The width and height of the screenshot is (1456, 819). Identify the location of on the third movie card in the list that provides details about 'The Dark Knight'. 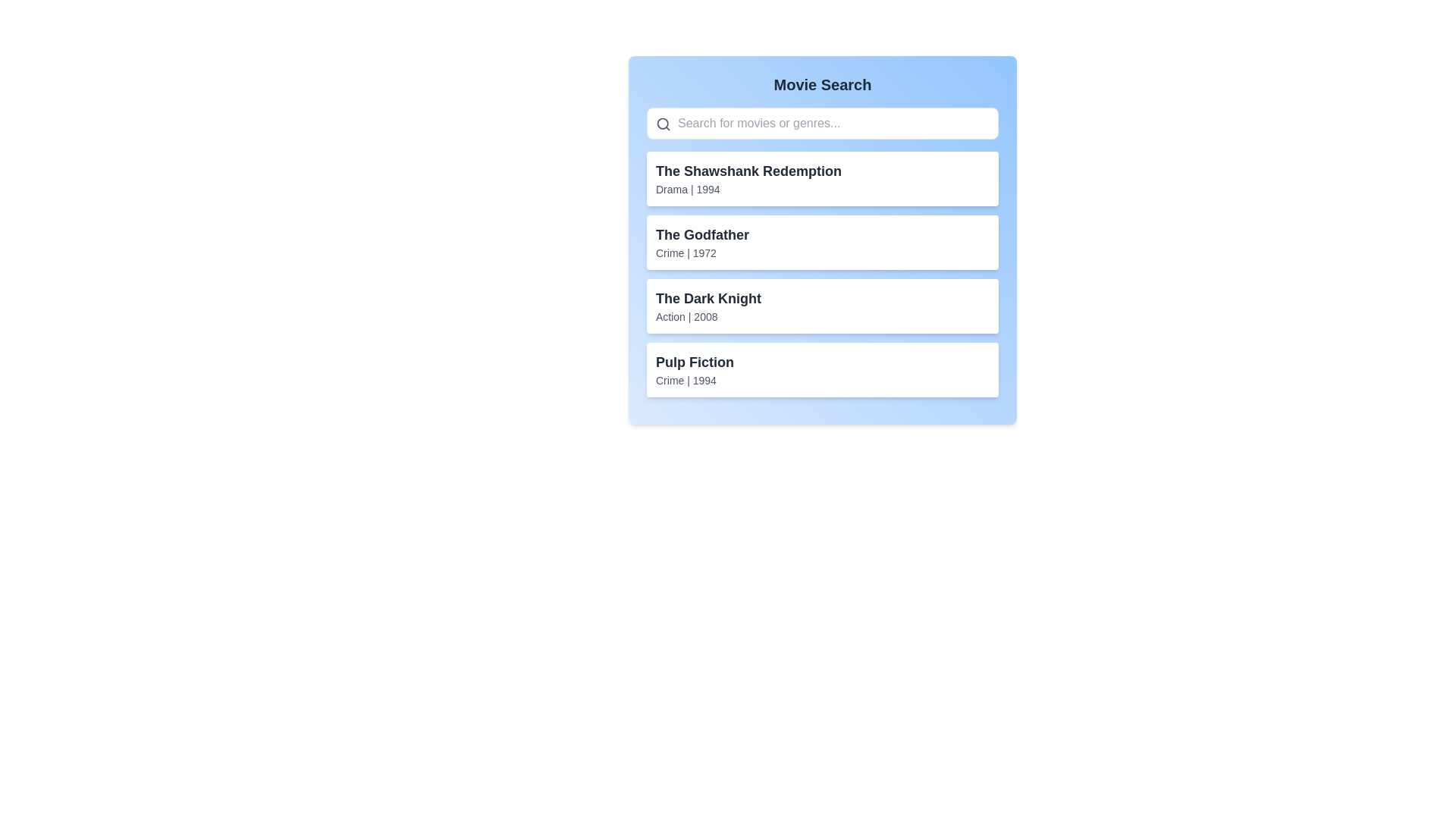
(821, 306).